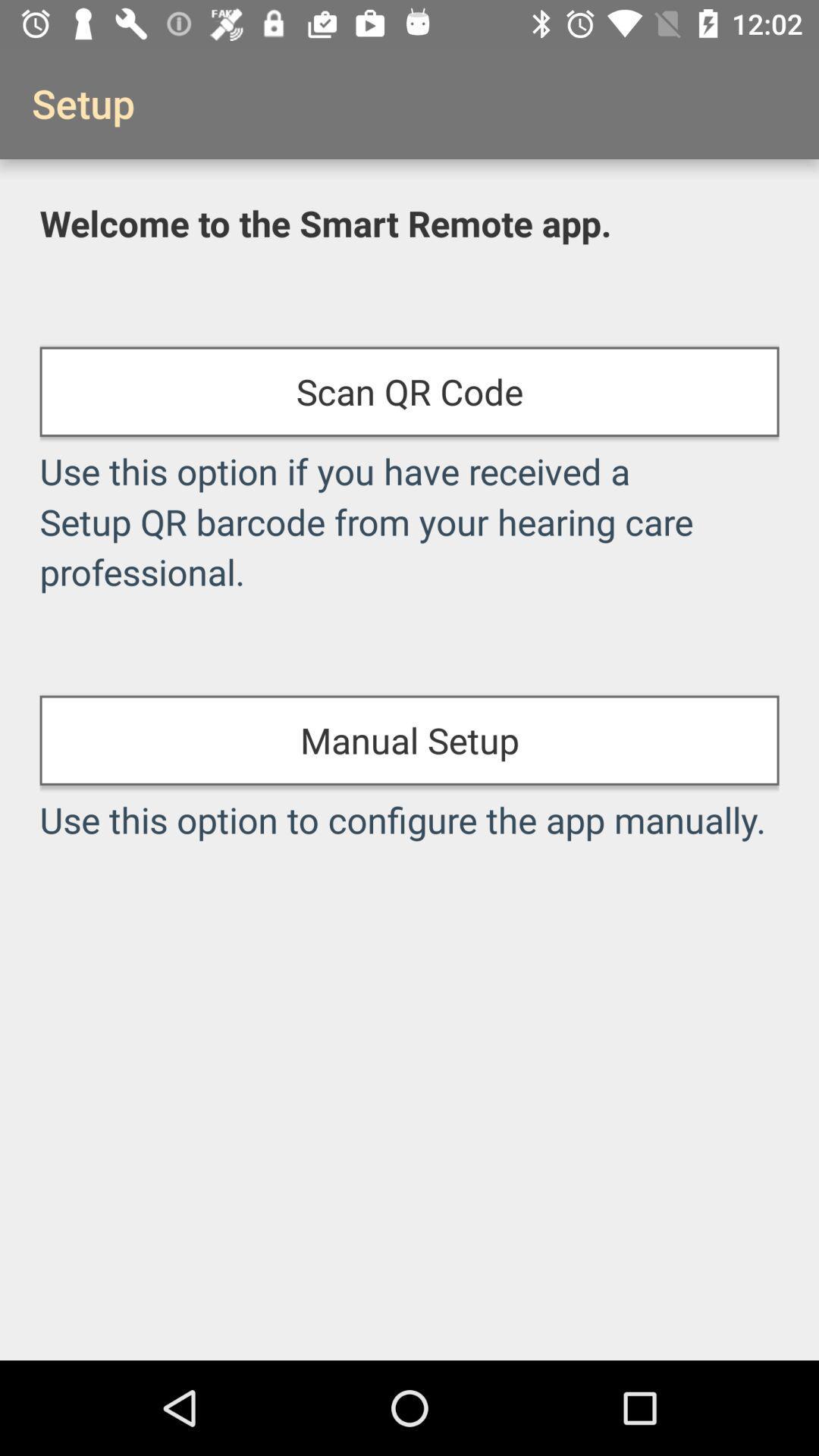 The image size is (819, 1456). I want to click on the icon below welcome to the item, so click(409, 391).